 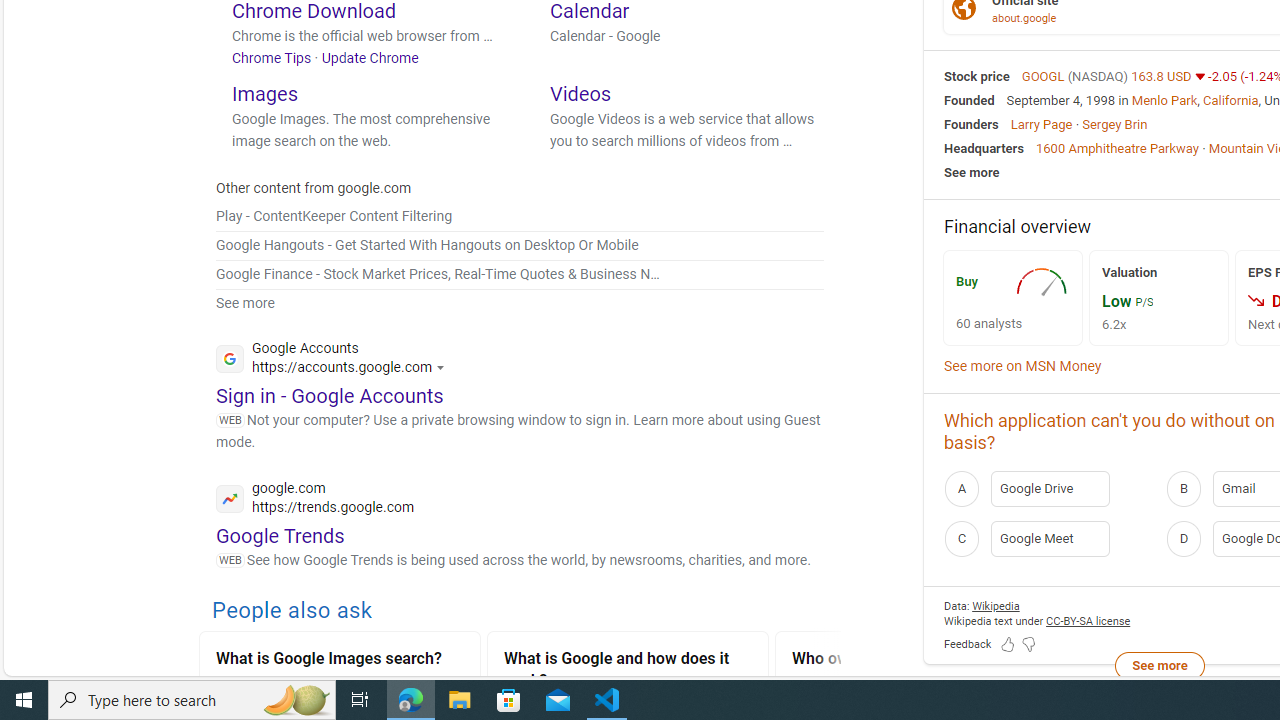 I want to click on 'AutomationID: recImg', so click(x=1042, y=281).